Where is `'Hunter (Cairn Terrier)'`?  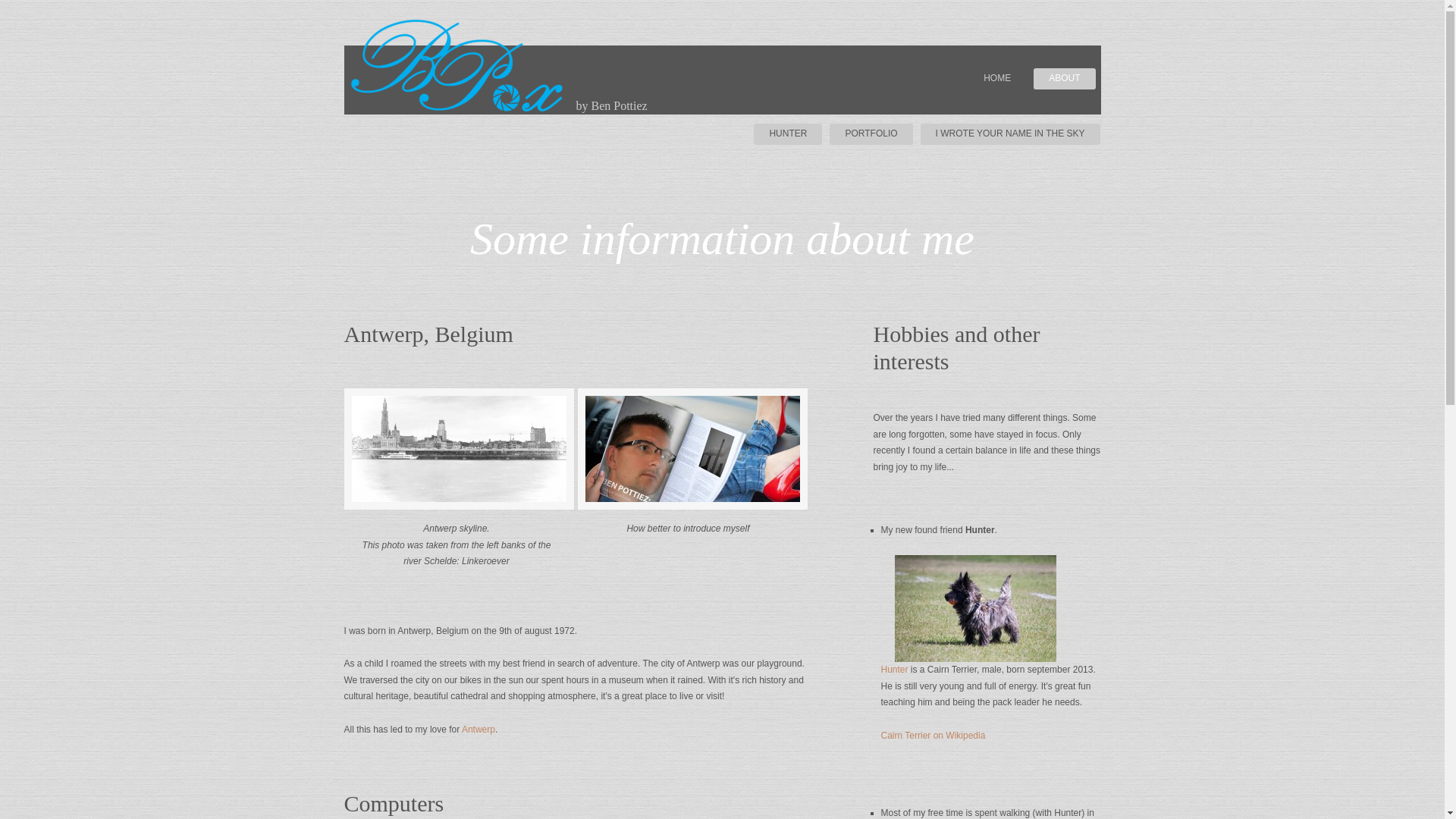
'Hunter (Cairn Terrier)' is located at coordinates (895, 607).